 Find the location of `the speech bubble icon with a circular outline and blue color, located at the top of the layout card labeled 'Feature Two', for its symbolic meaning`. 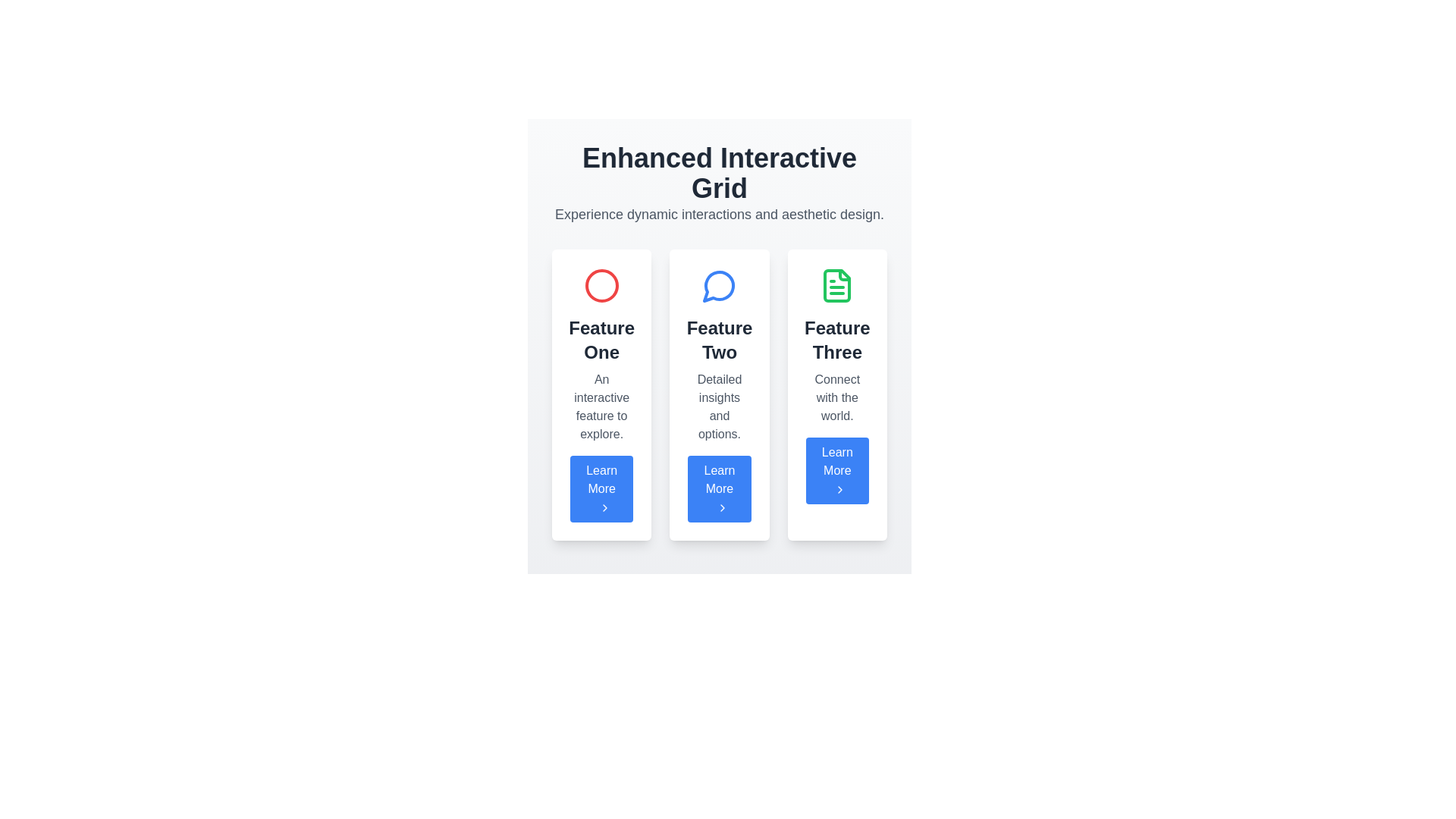

the speech bubble icon with a circular outline and blue color, located at the top of the layout card labeled 'Feature Two', for its symbolic meaning is located at coordinates (719, 286).